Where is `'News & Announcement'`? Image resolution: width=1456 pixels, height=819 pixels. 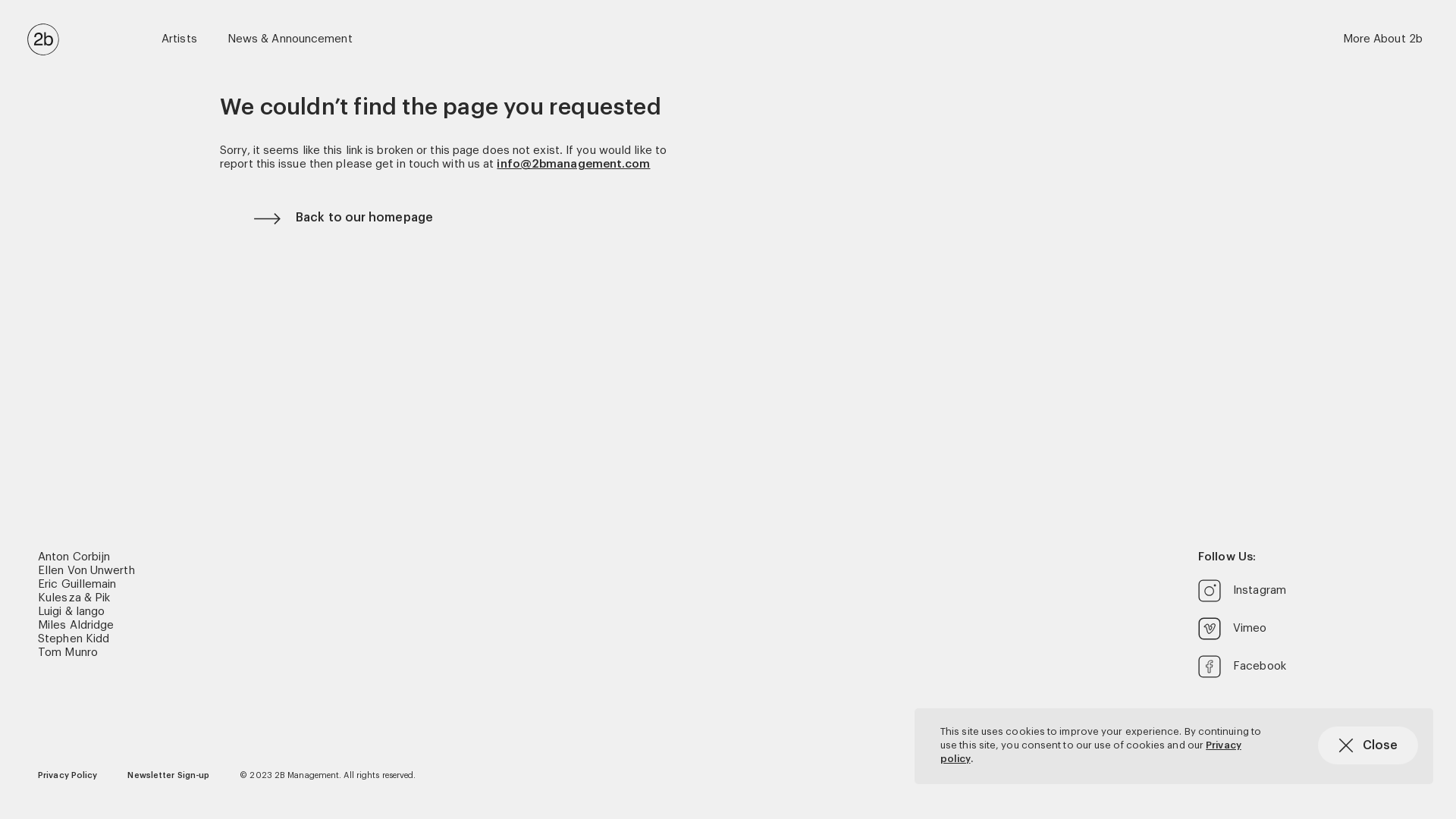 'News & Announcement' is located at coordinates (290, 38).